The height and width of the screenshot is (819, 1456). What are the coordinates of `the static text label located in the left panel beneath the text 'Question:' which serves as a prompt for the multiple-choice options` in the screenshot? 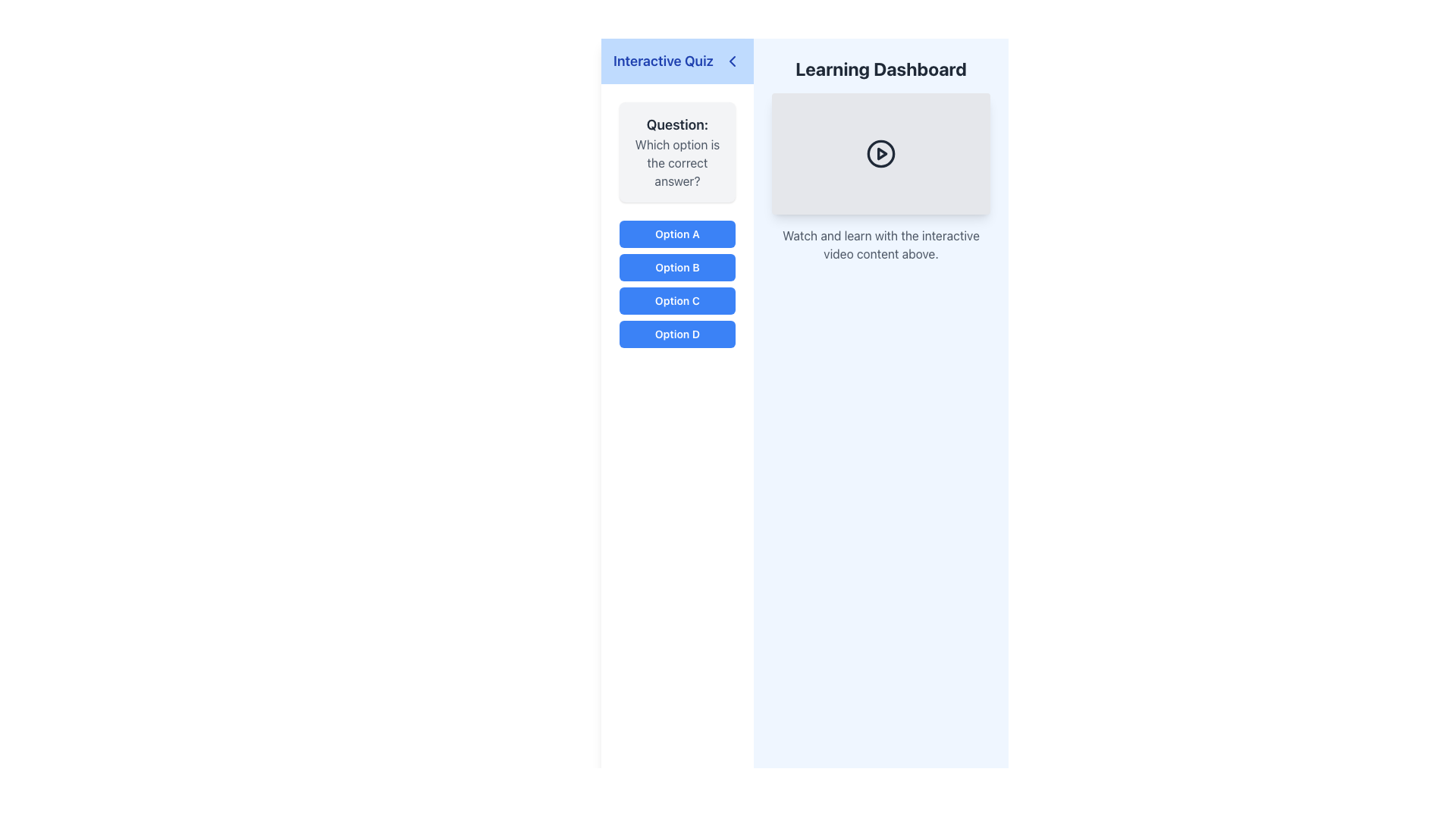 It's located at (676, 163).